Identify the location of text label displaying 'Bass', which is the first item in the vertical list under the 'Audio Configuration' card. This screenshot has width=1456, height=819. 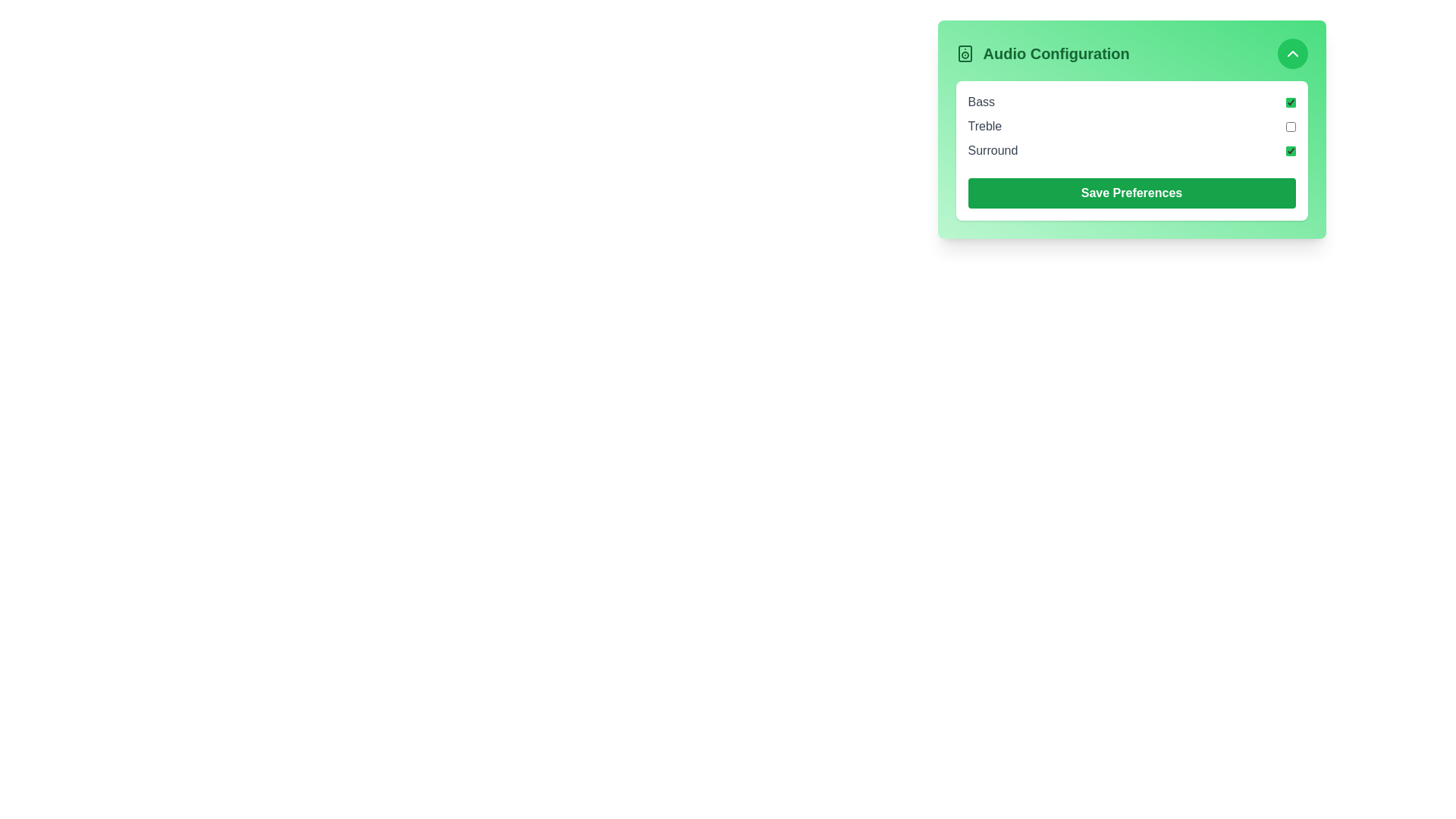
(981, 102).